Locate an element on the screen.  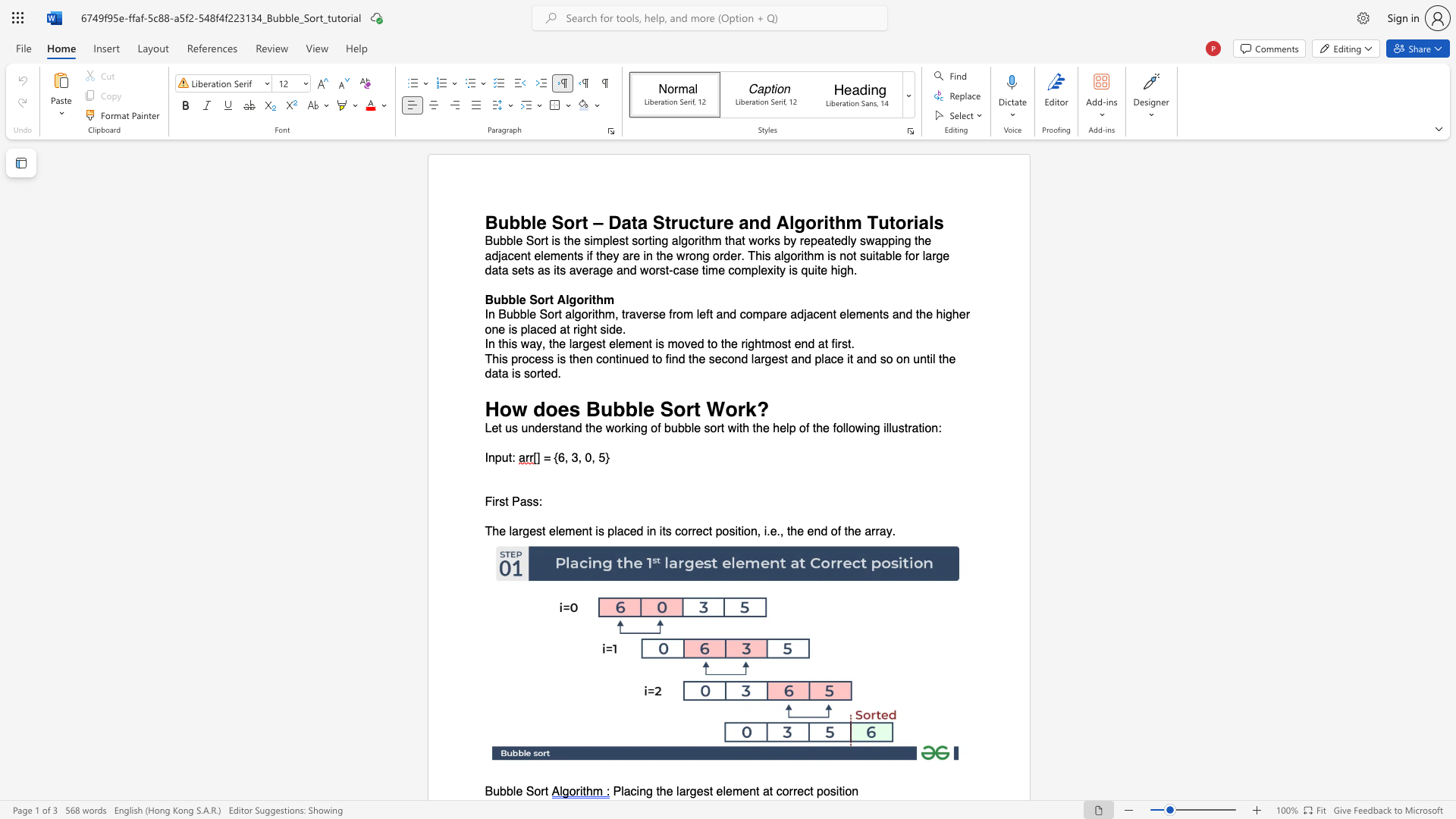
the 9th character "s" in the text is located at coordinates (527, 374).